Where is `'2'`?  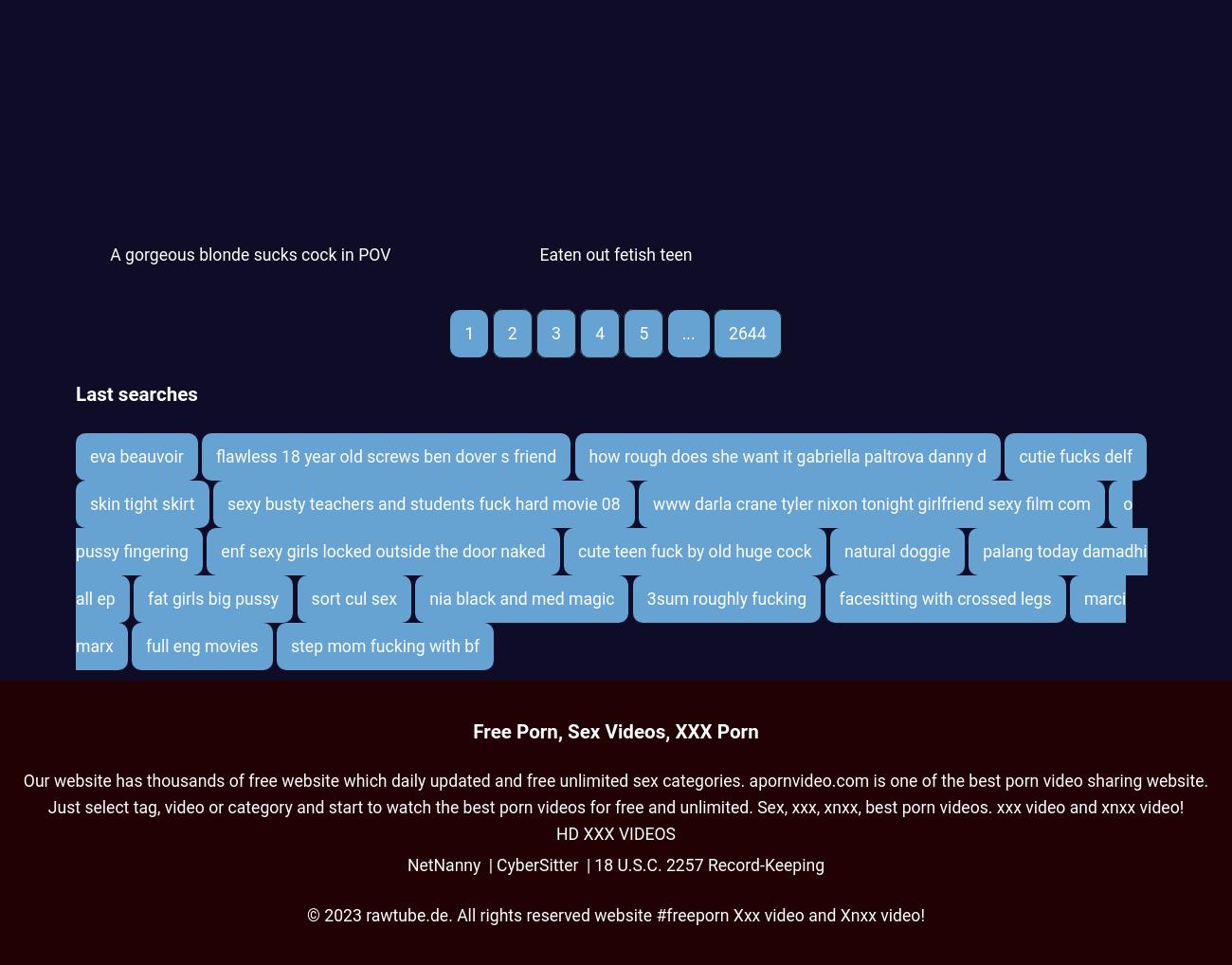
'2' is located at coordinates (512, 332).